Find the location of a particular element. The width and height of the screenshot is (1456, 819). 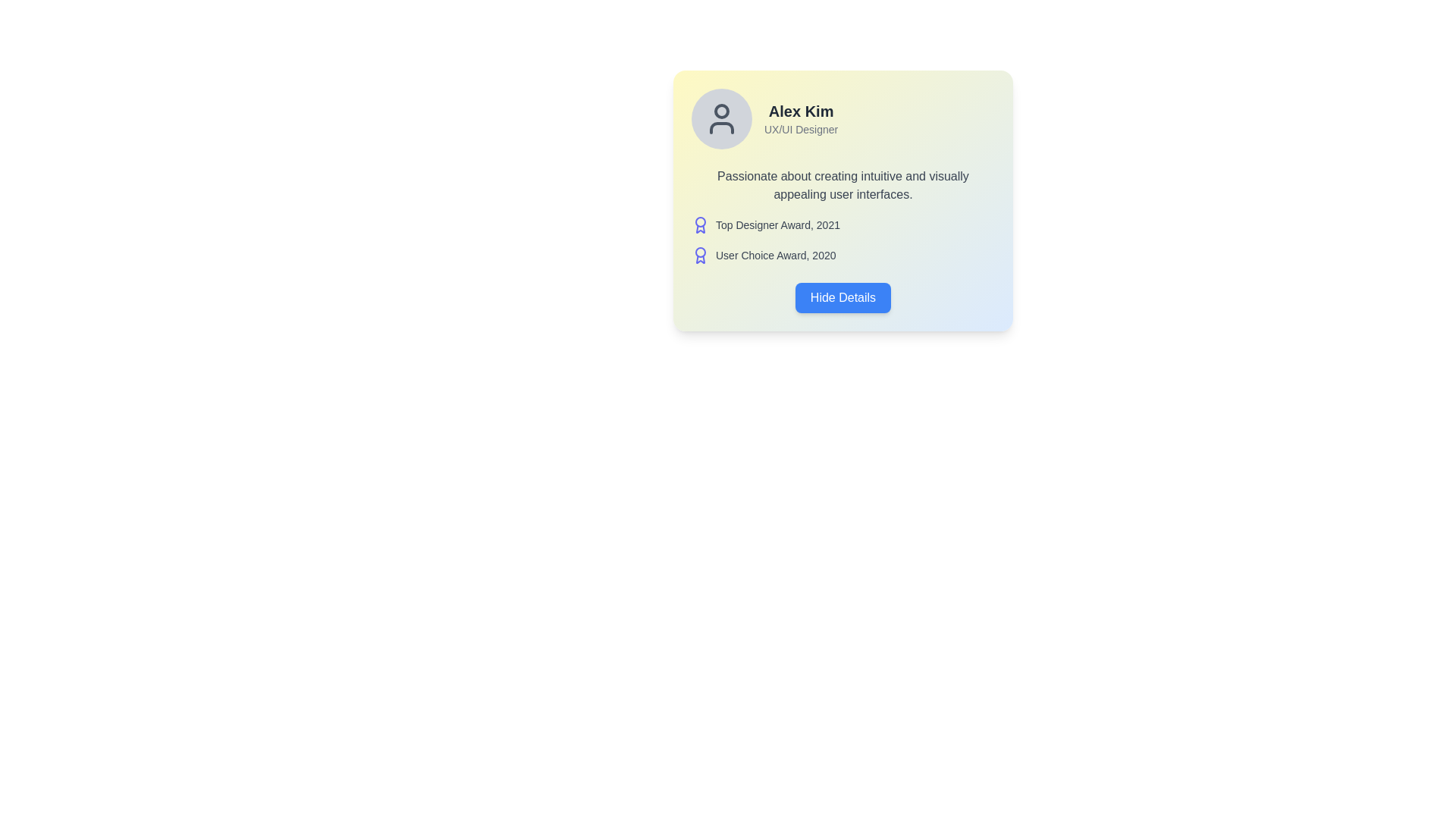

the award icon styled as a medal, which is indigo and located next to the 'User Choice Award, 2020' text is located at coordinates (700, 254).